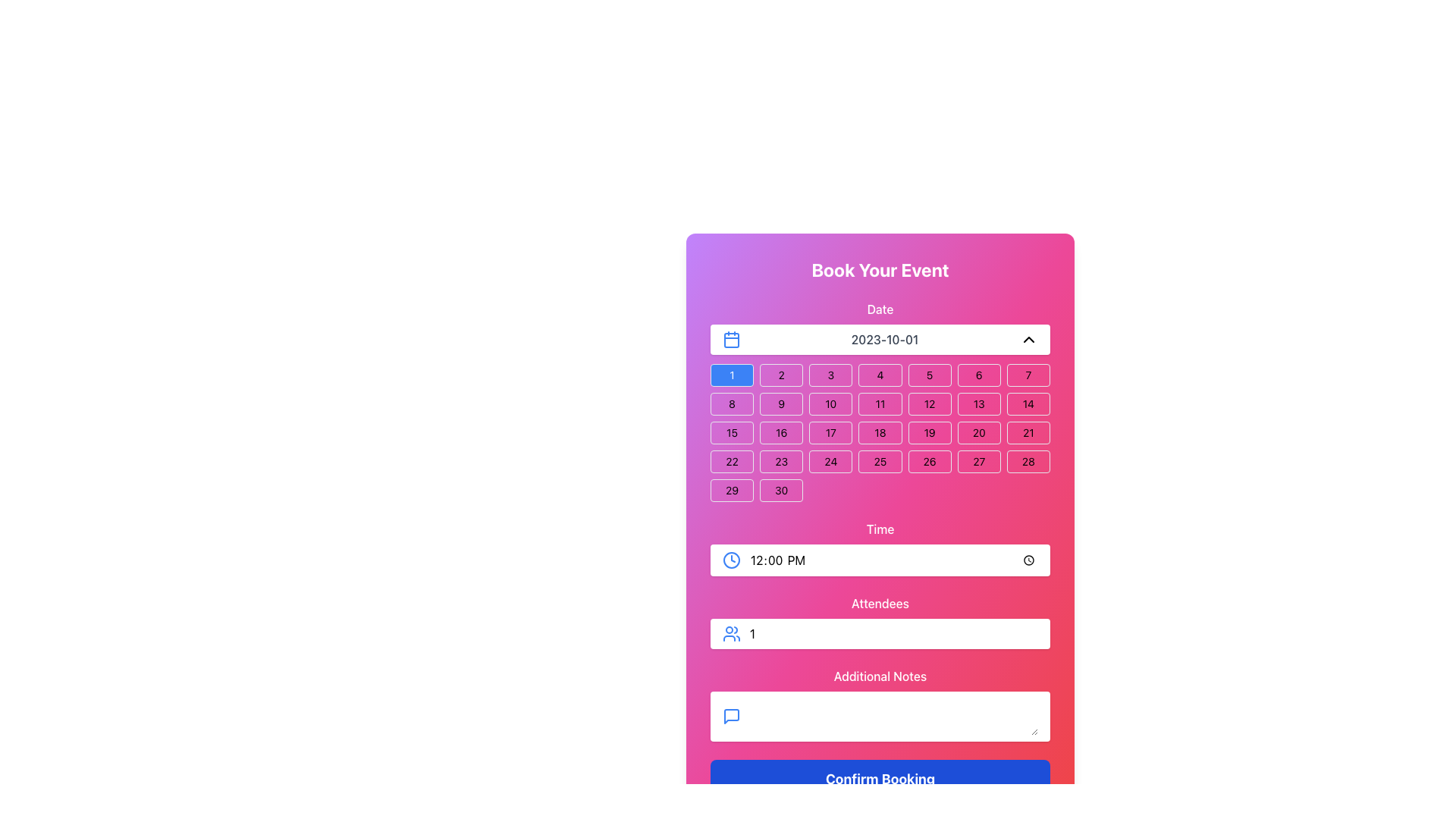 This screenshot has width=1456, height=819. Describe the element at coordinates (1028, 403) in the screenshot. I see `the button` at that location.